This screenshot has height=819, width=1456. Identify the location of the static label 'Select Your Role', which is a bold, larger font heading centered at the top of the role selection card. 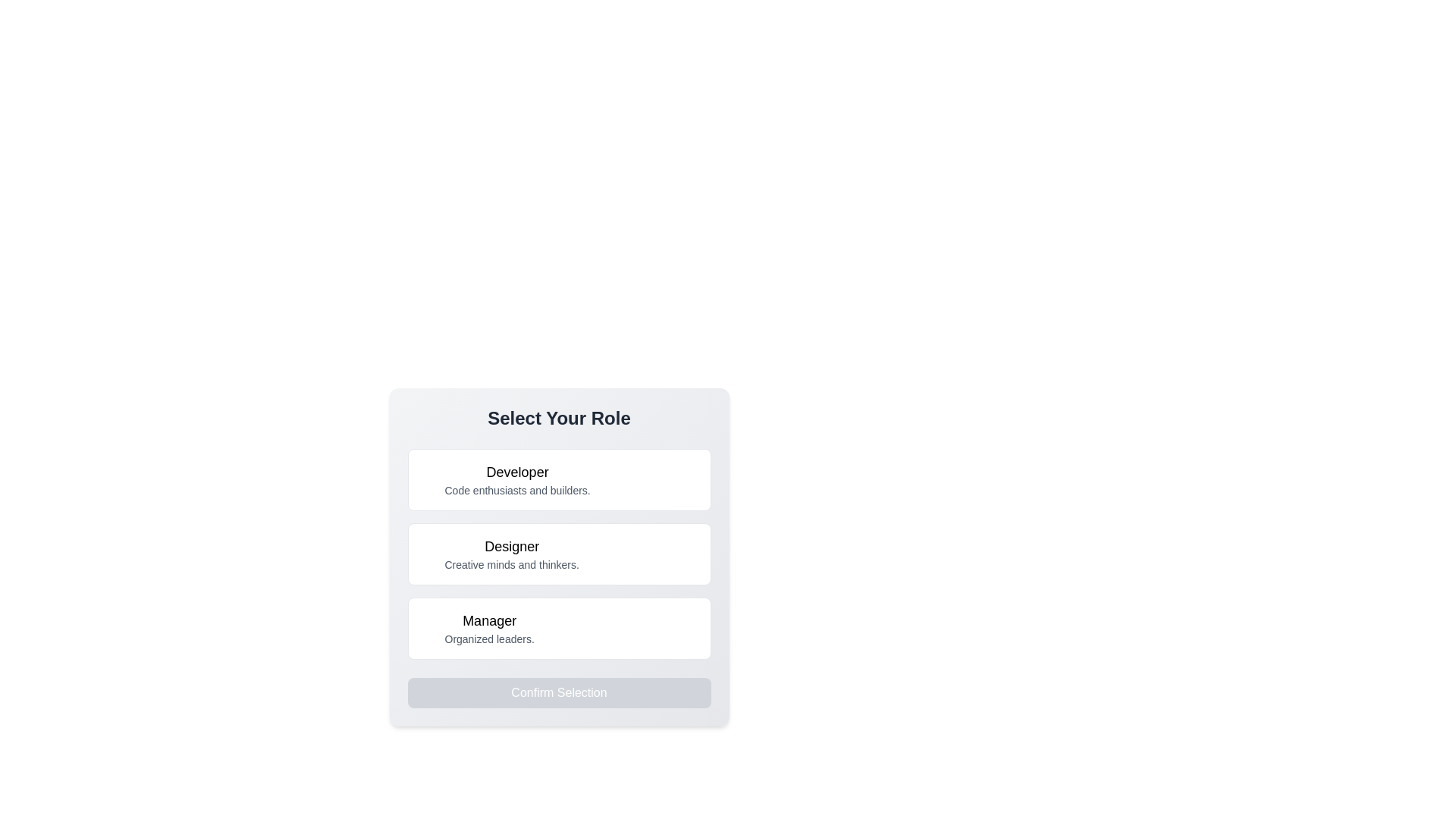
(558, 418).